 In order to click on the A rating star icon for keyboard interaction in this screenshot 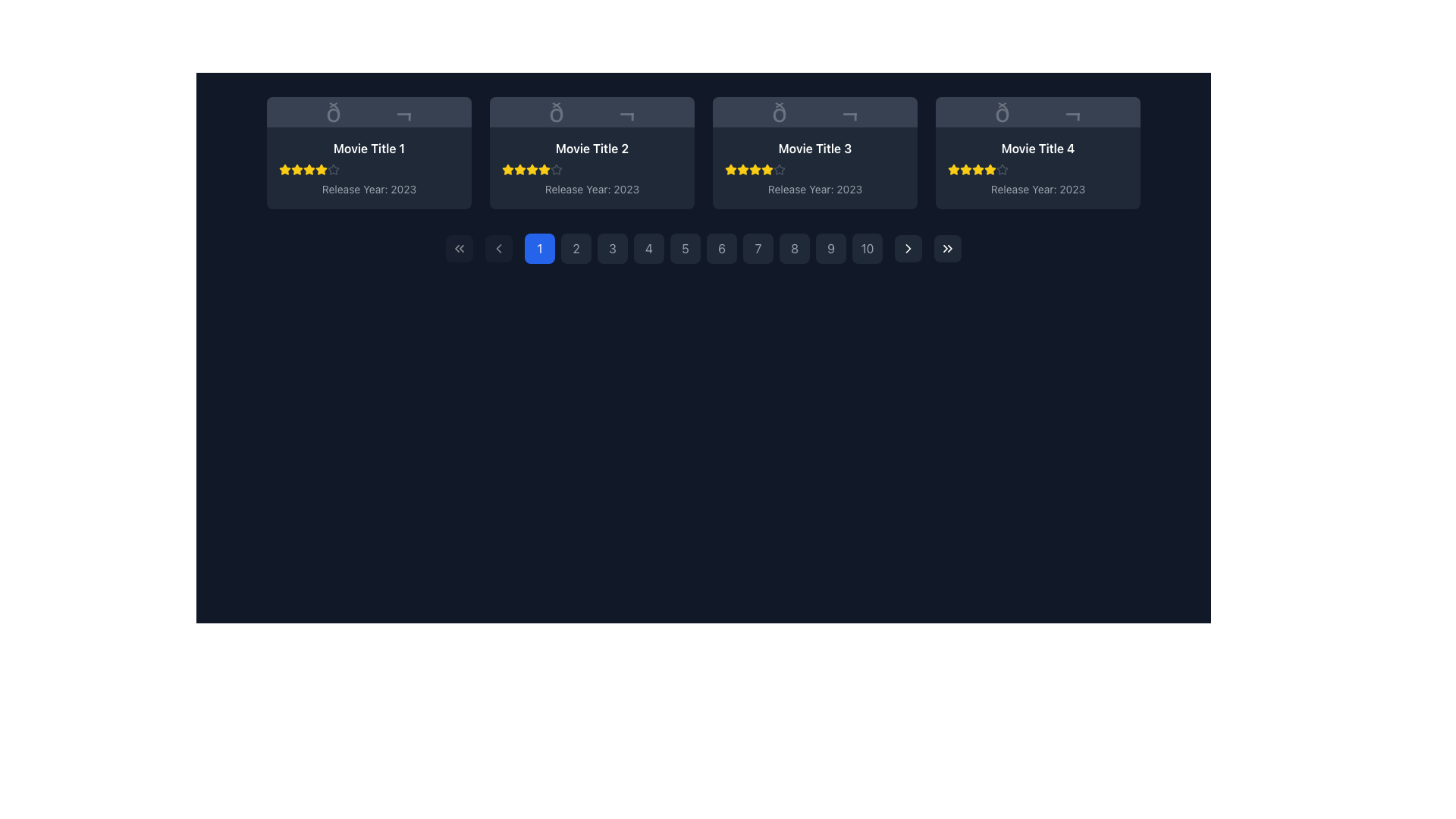, I will do `click(333, 169)`.